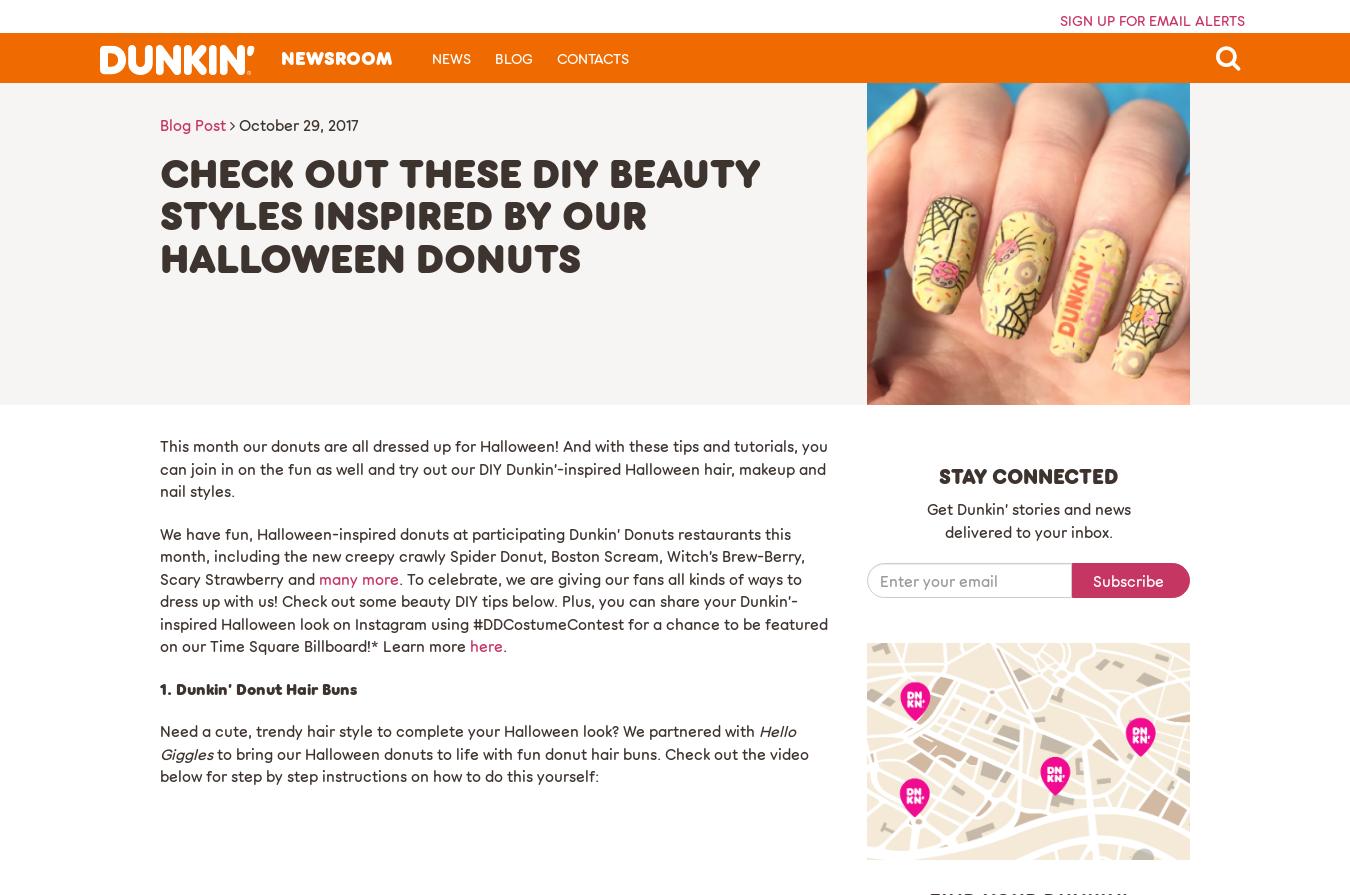 The height and width of the screenshot is (895, 1350). Describe the element at coordinates (483, 763) in the screenshot. I see `'to bring our Halloween donuts to life with fun donut hair buns. Check out the video below for step by step instructions on how to do this yourself:'` at that location.